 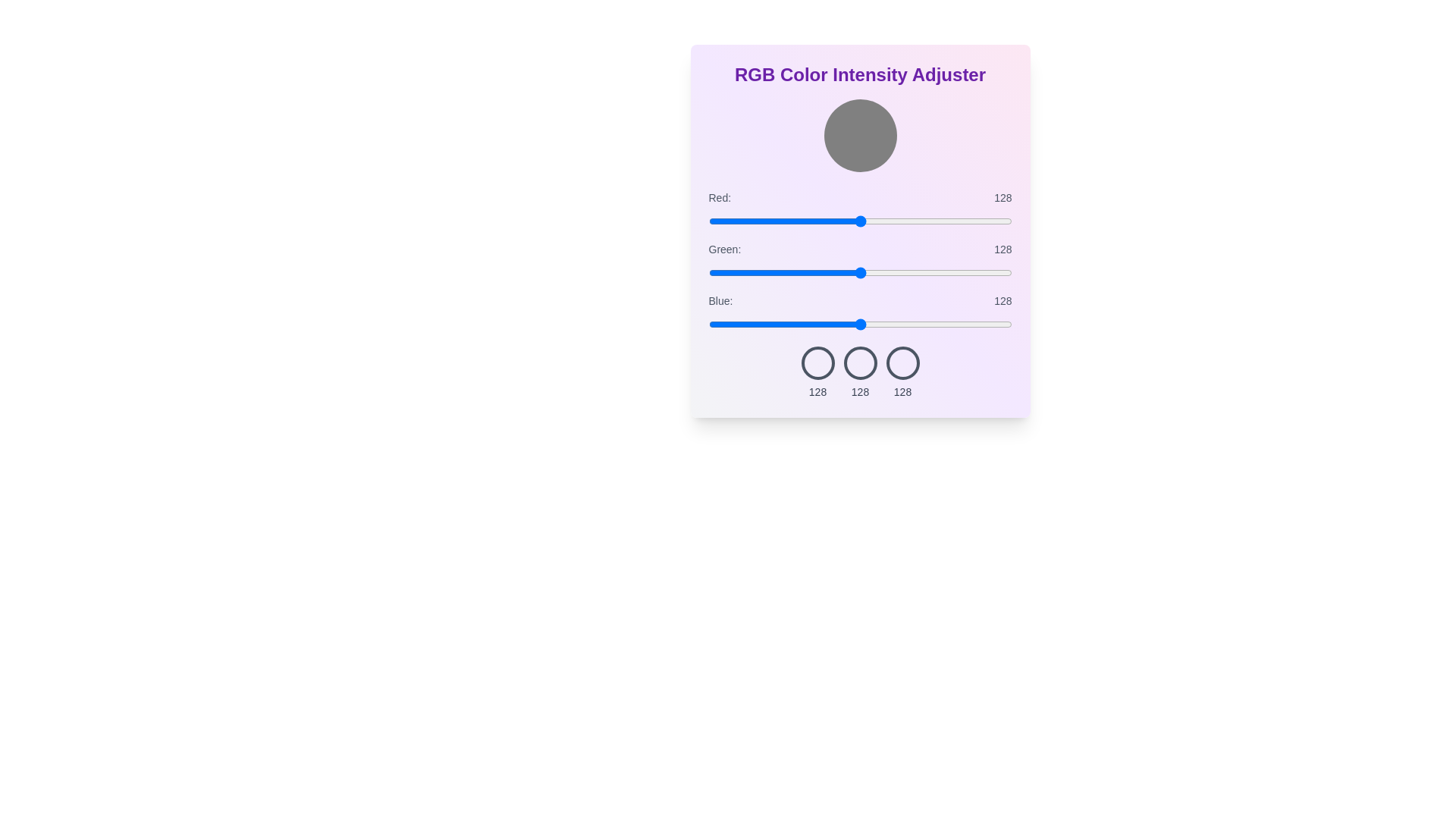 I want to click on the blue slider to 33, so click(x=748, y=324).